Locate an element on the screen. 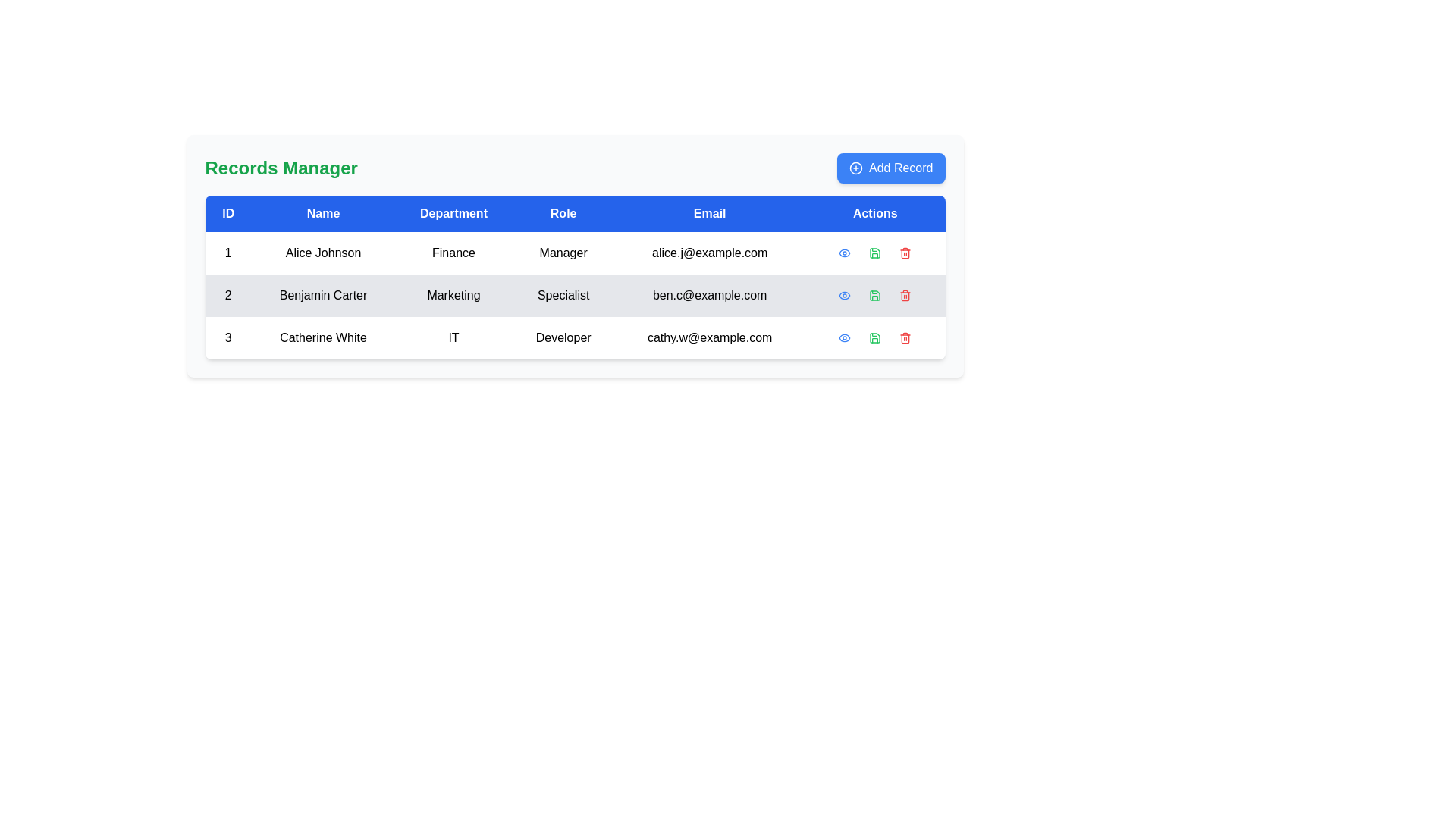  the eye icon in the 'Actions' column of the table for the entry 'Catherine White', which visually indicates a 'view' action is located at coordinates (844, 337).